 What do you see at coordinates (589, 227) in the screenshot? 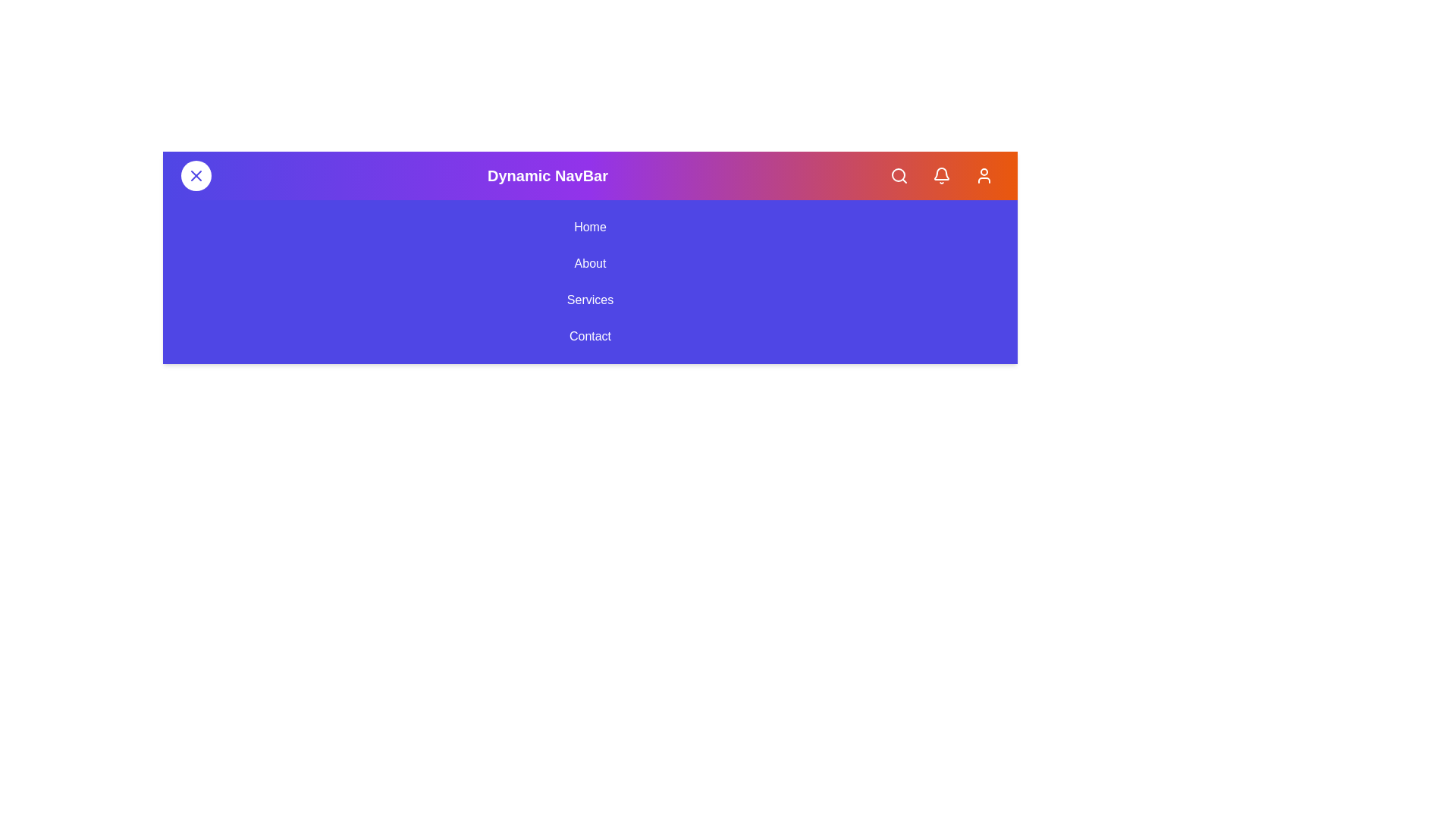
I see `the navigation menu link labeled Home` at bounding box center [589, 227].